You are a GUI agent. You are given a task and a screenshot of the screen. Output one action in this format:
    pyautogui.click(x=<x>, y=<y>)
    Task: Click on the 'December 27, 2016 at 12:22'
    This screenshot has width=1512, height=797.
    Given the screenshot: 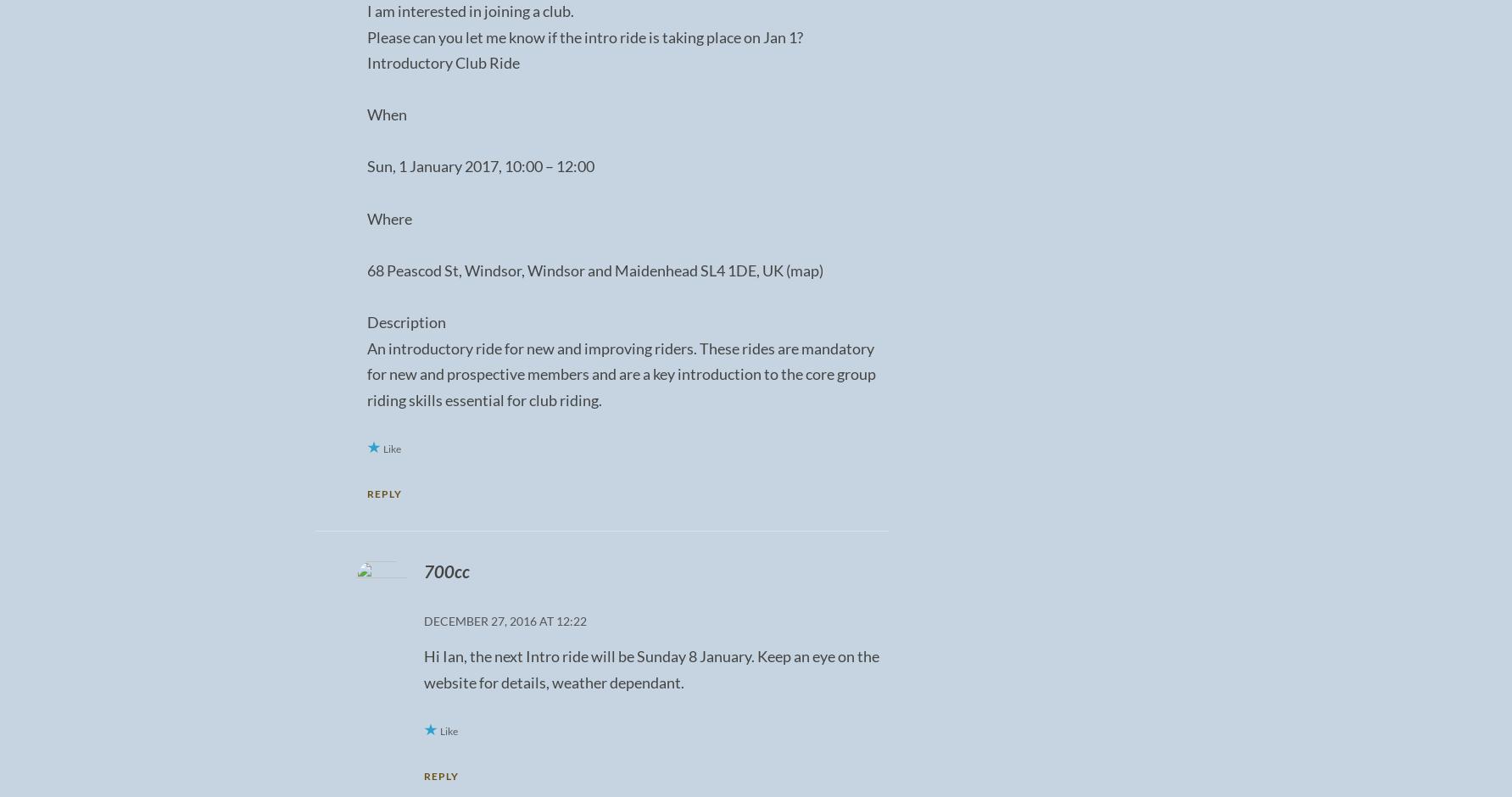 What is the action you would take?
    pyautogui.click(x=505, y=621)
    